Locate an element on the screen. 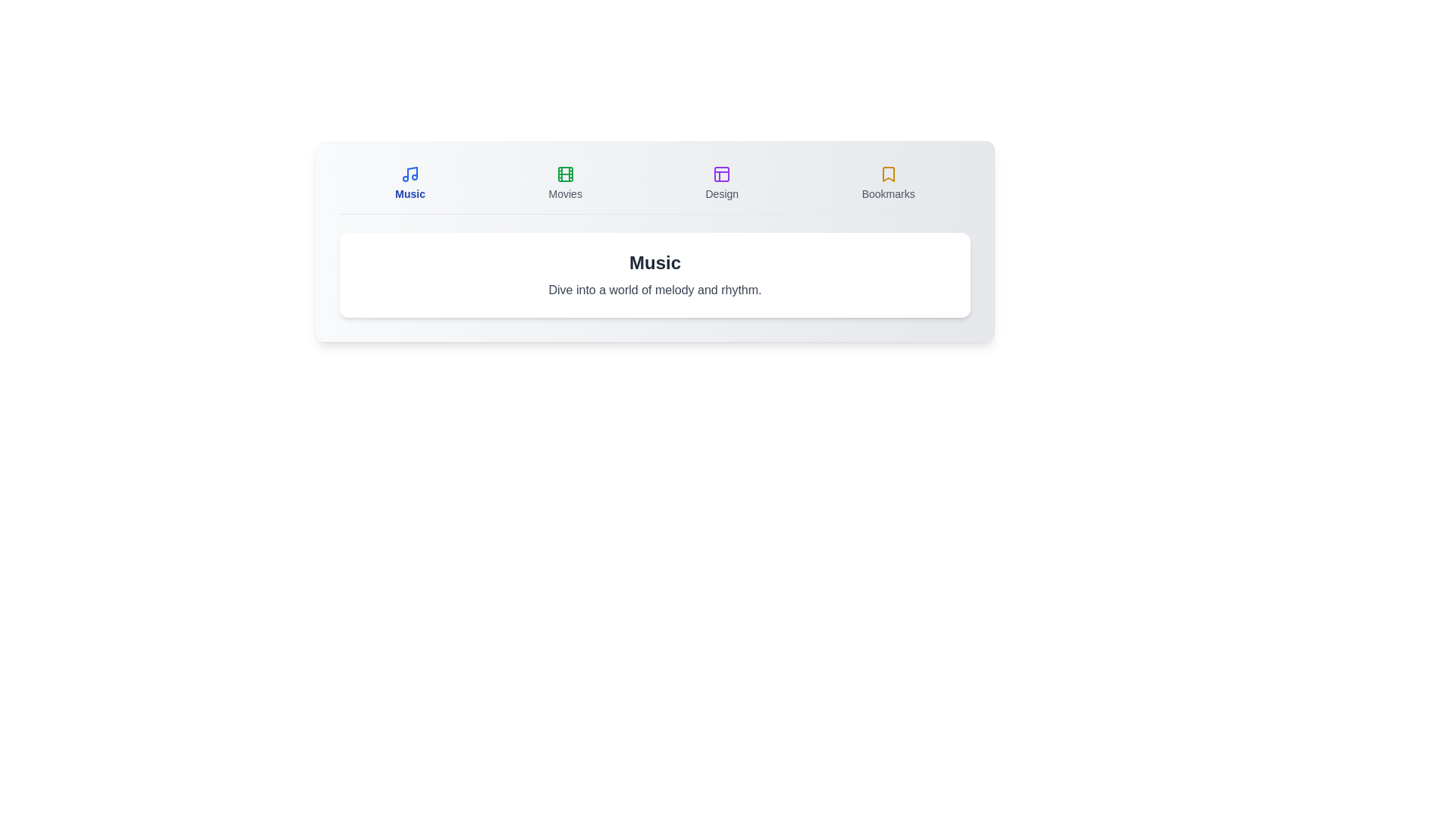 This screenshot has height=819, width=1456. the tab labeled Music to switch to it is located at coordinates (410, 183).